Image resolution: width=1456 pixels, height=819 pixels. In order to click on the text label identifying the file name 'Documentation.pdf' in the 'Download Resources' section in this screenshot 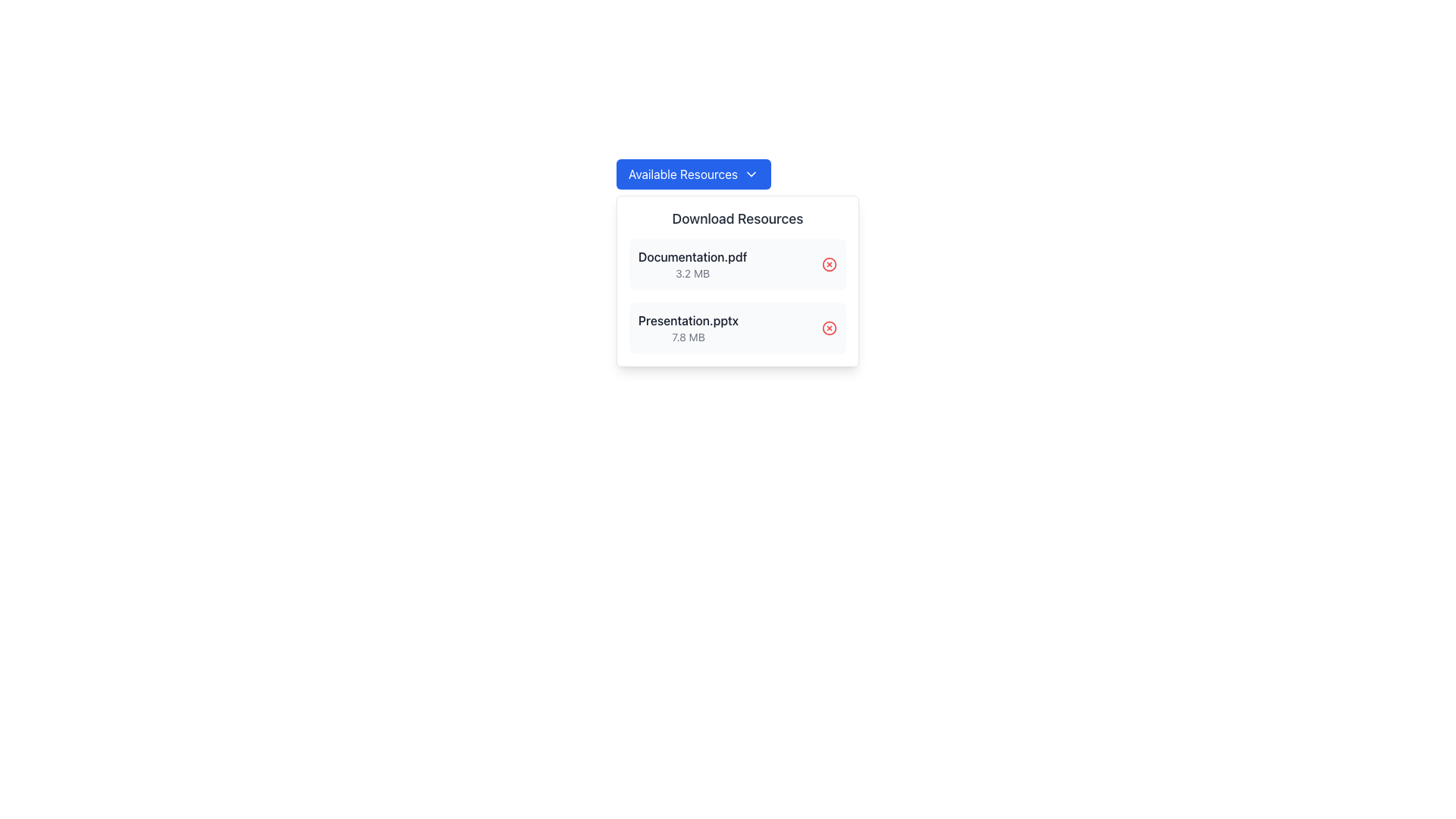, I will do `click(692, 256)`.